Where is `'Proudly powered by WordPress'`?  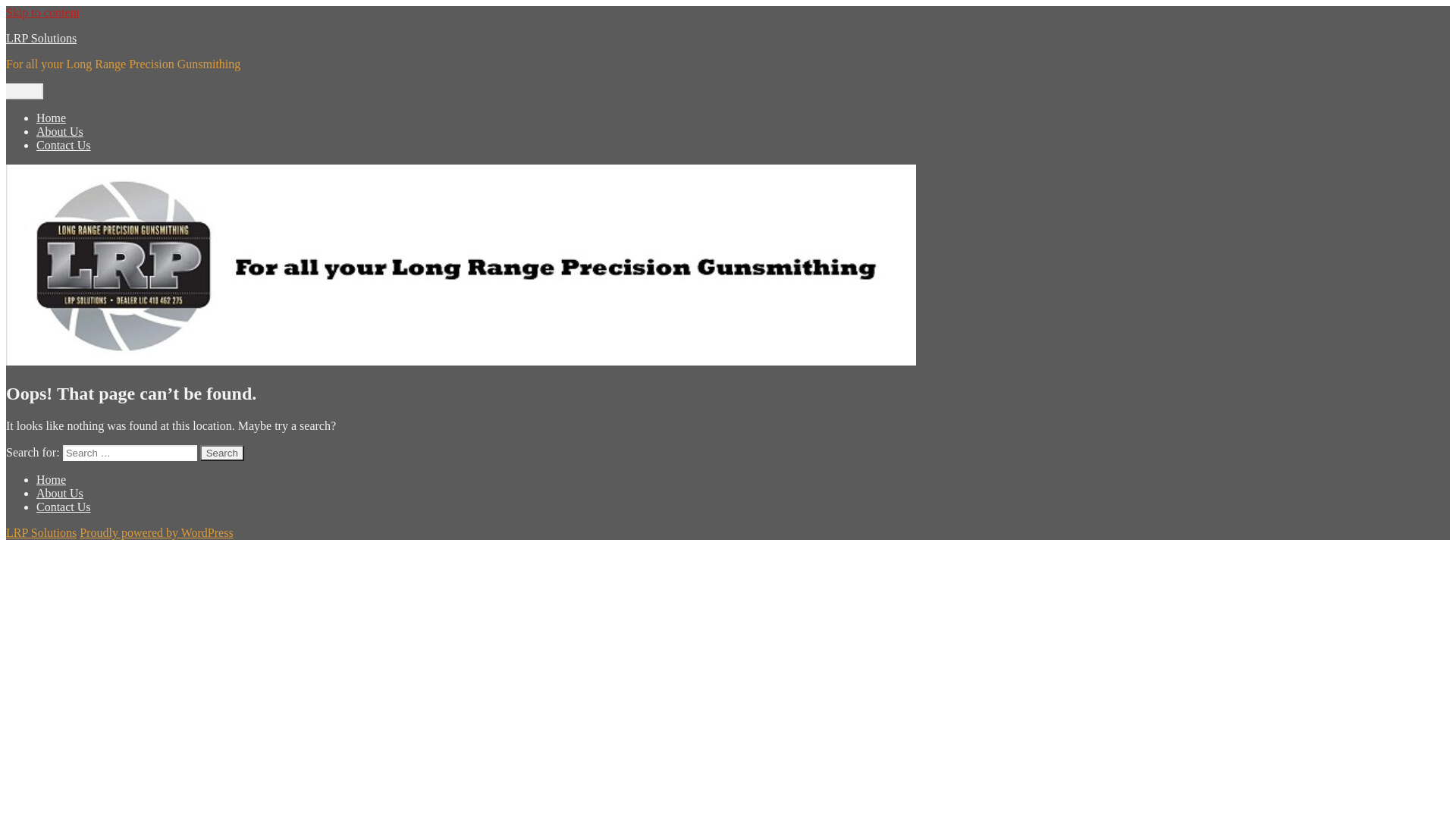 'Proudly powered by WordPress' is located at coordinates (156, 532).